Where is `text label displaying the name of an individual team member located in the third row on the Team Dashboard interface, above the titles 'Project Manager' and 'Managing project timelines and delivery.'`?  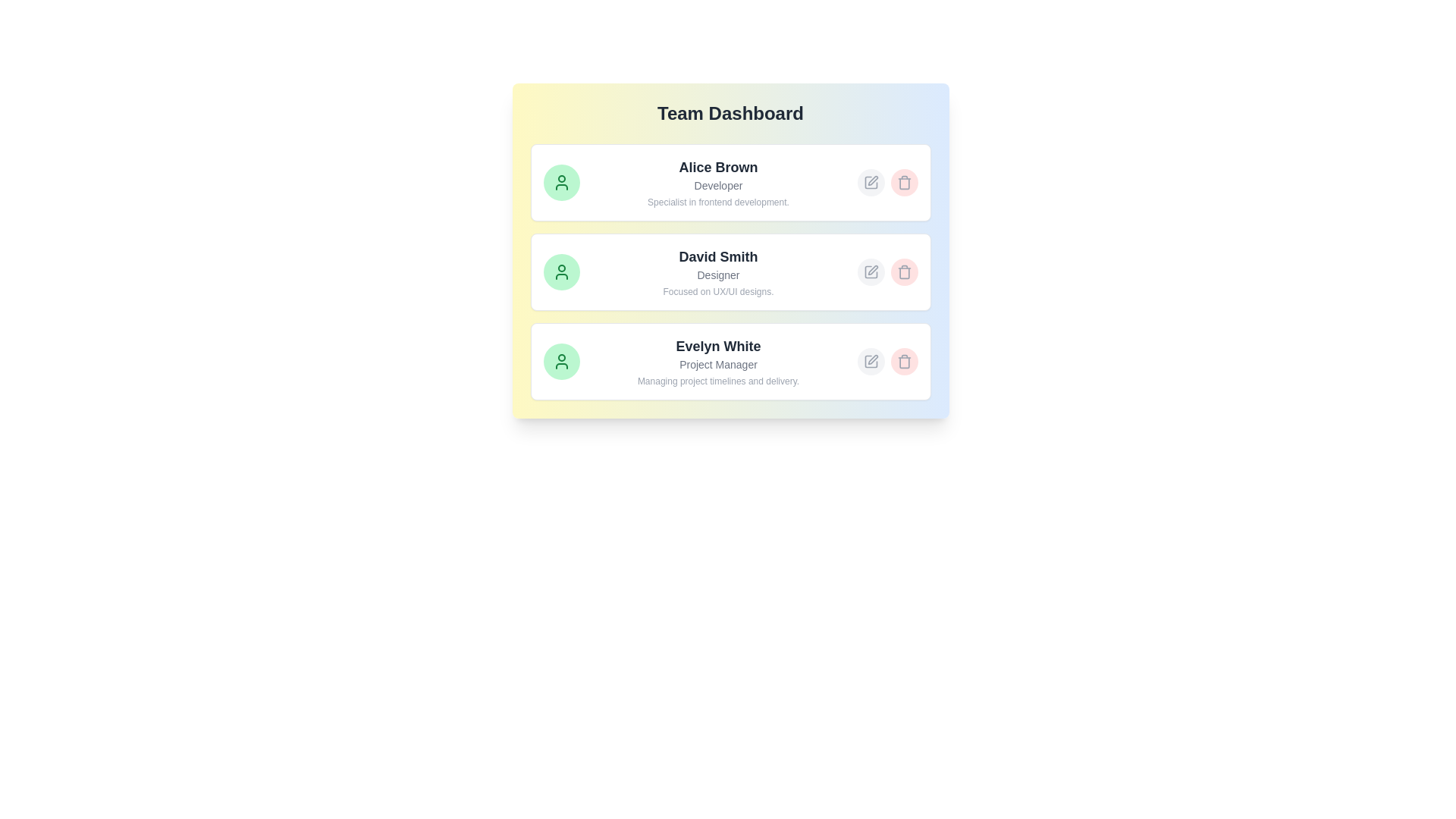
text label displaying the name of an individual team member located in the third row on the Team Dashboard interface, above the titles 'Project Manager' and 'Managing project timelines and delivery.' is located at coordinates (717, 346).